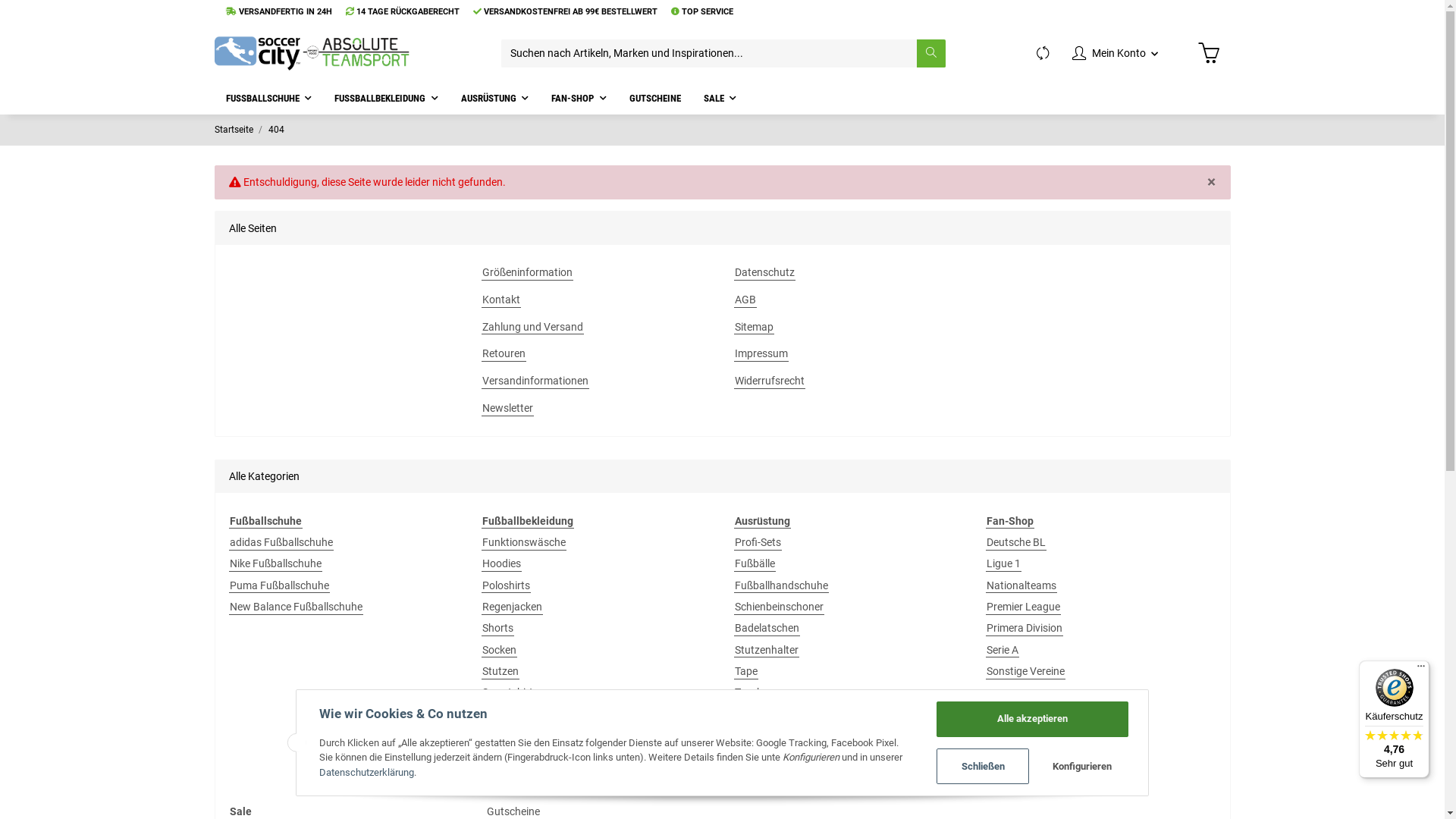 The height and width of the screenshot is (819, 1456). I want to click on 'Profi-Sets', so click(758, 541).